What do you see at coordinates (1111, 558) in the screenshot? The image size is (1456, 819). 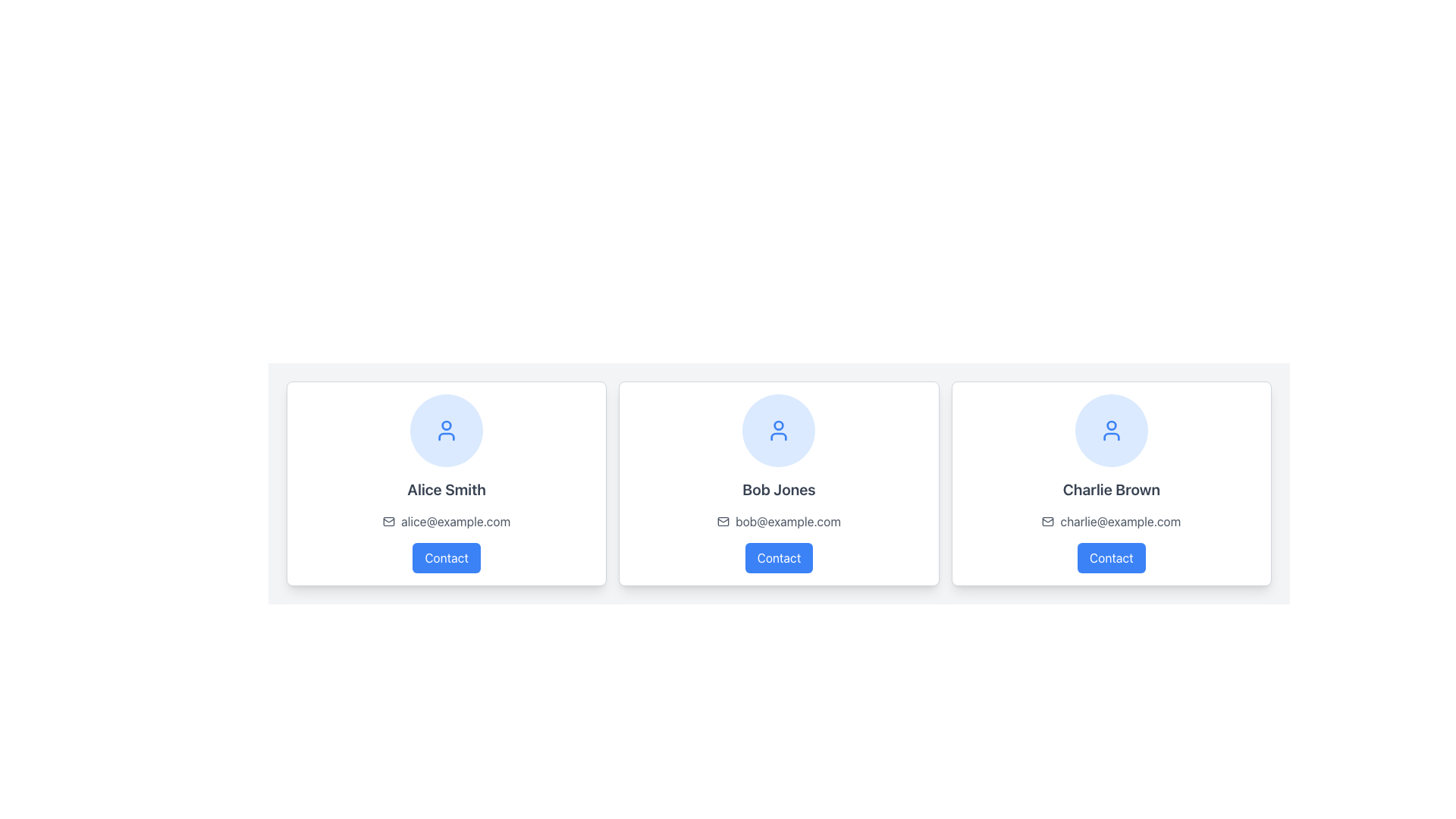 I see `the 'Contact' button located at the bottom center of the third profile card, which is a vibrant blue button with white bold text` at bounding box center [1111, 558].